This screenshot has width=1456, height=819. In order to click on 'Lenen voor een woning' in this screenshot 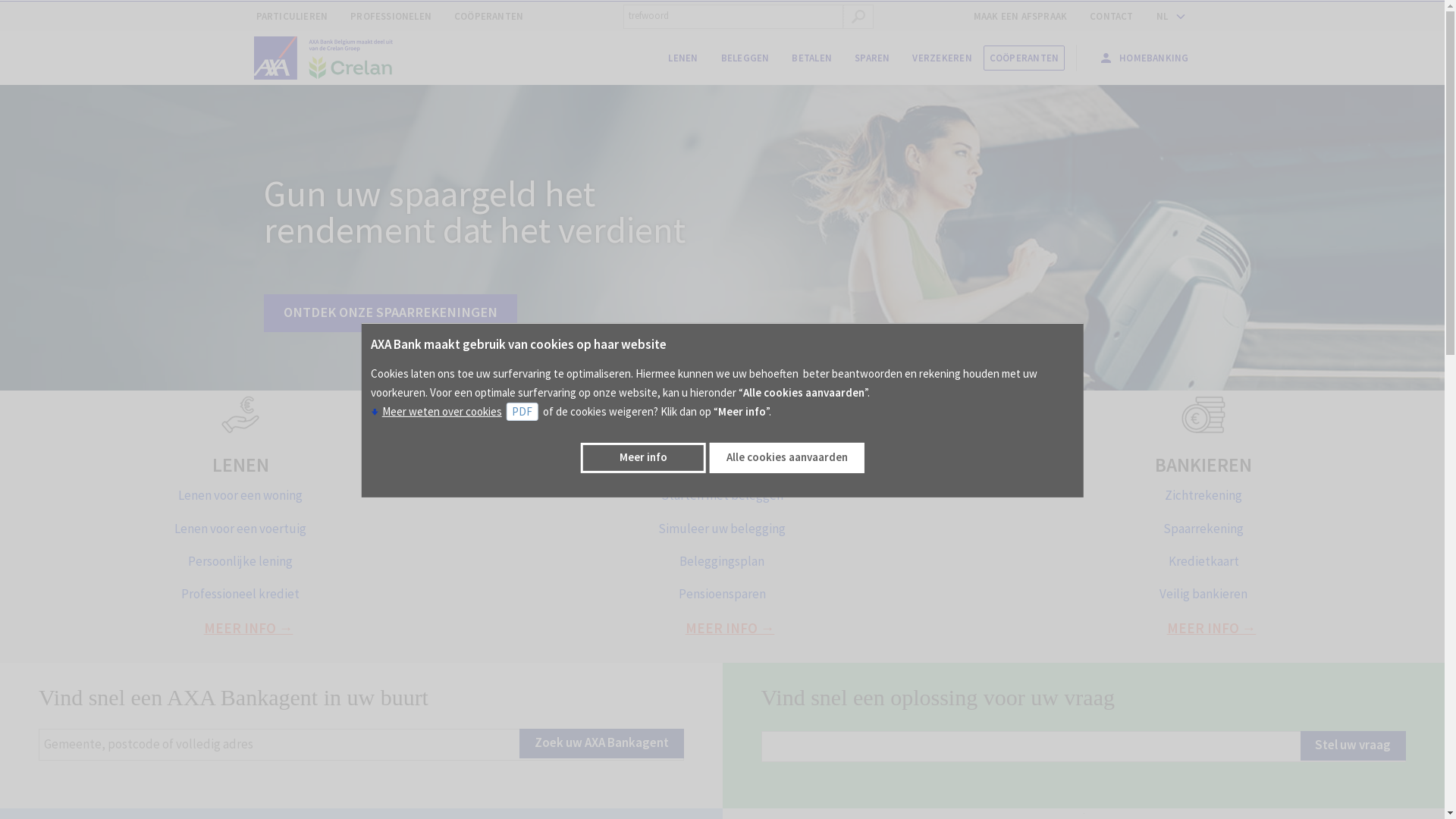, I will do `click(239, 494)`.